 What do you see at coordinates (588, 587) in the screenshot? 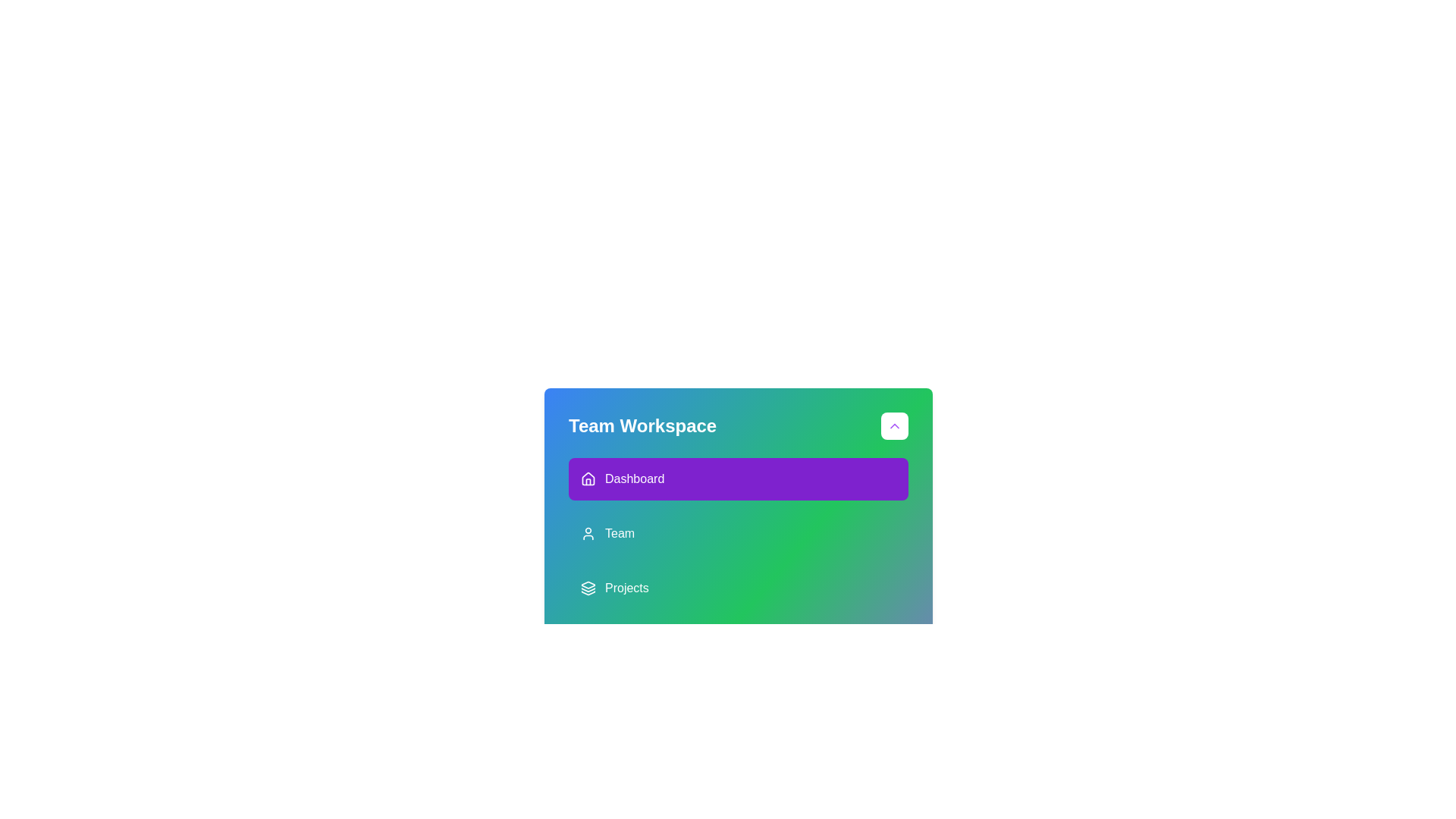
I see `the layered green-themed icon located to the left of the 'Projects' label in the sidebar menu` at bounding box center [588, 587].